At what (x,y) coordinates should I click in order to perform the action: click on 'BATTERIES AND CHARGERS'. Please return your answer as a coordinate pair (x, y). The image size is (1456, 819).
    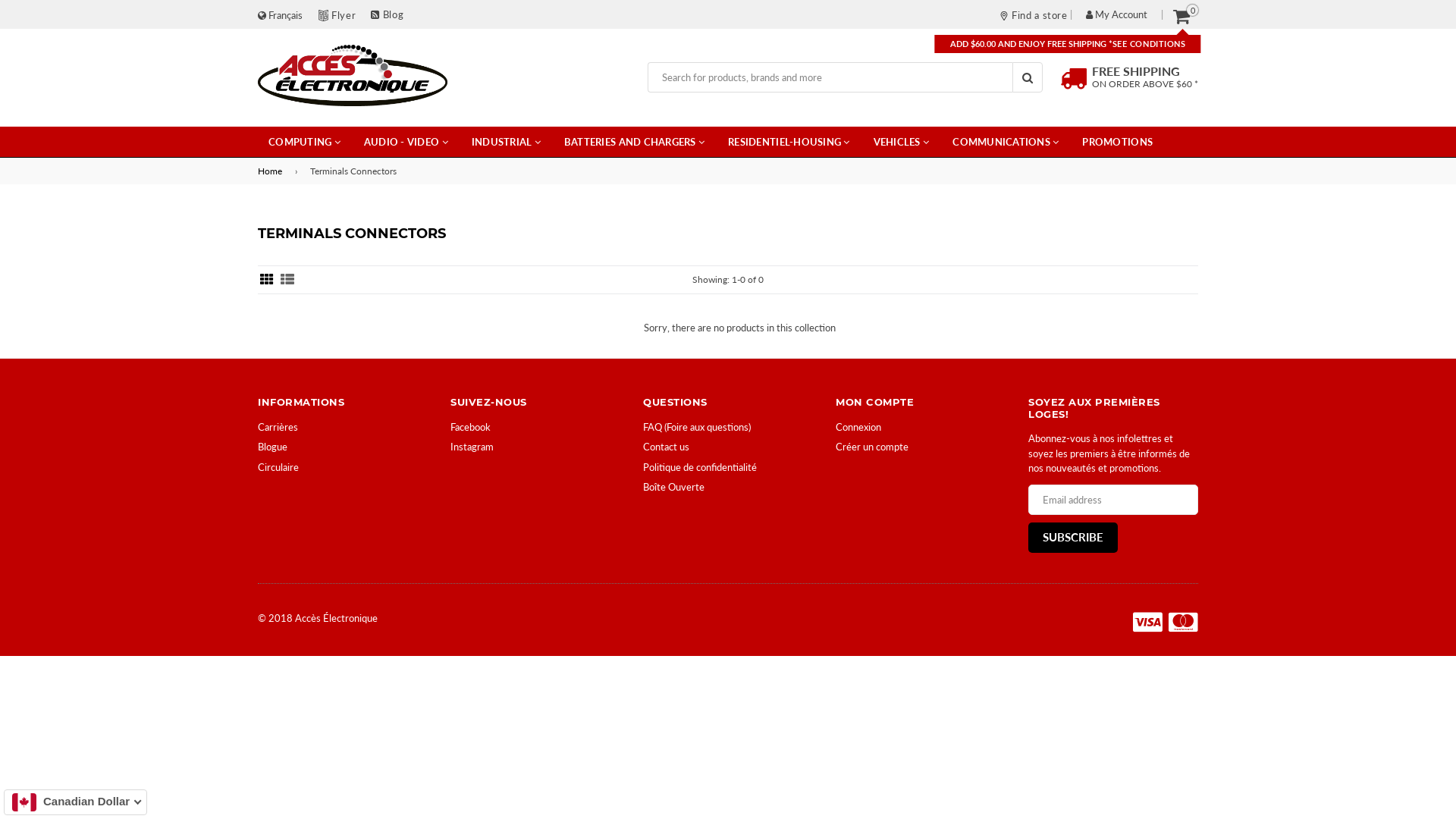
    Looking at the image, I should click on (634, 141).